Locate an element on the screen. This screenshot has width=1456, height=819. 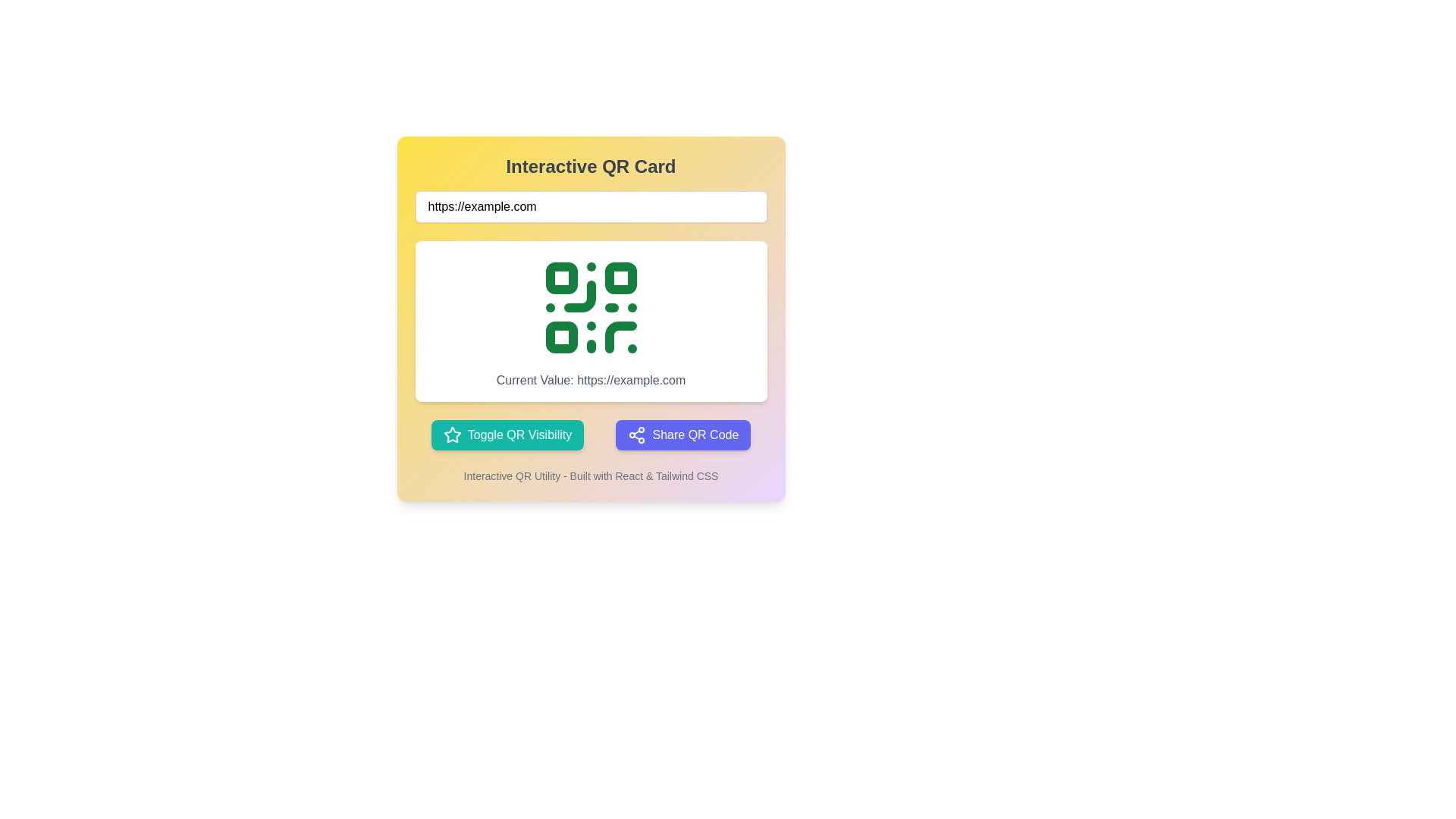
the first button on the left in the horizontal group of interactive buttons at the bottom of the card is located at coordinates (507, 435).